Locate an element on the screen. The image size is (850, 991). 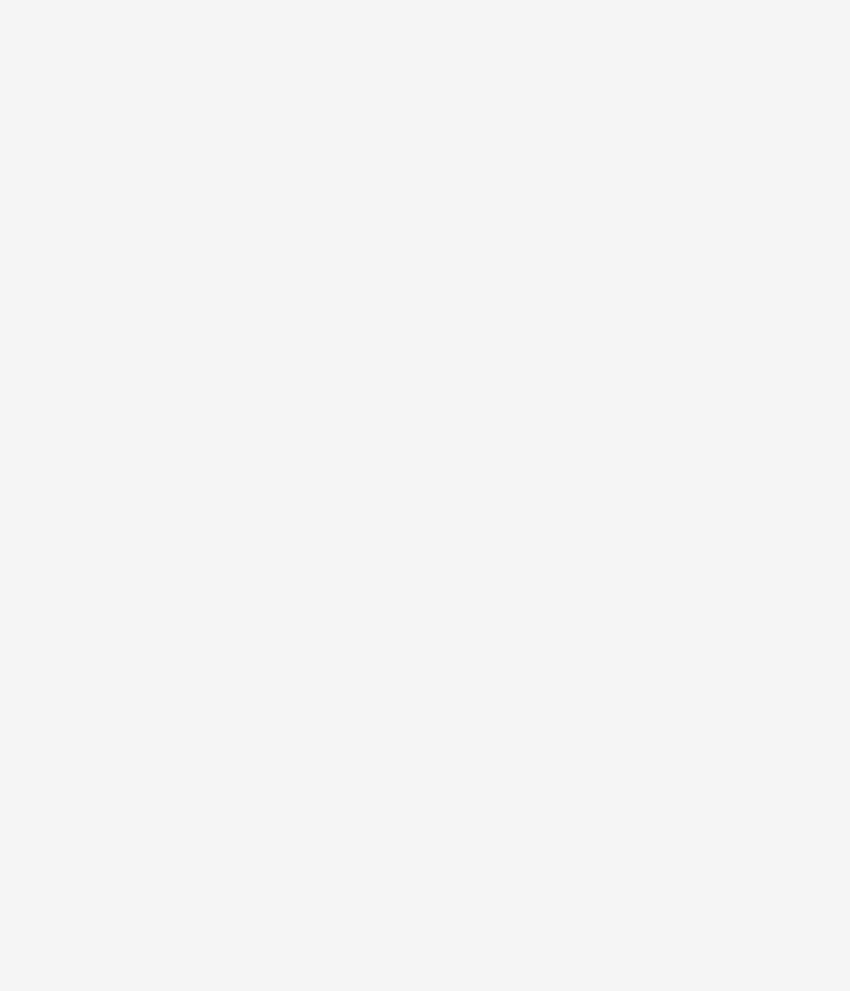
'Ginger and Nutmeg is a Food and Travel blog for Active Foodies hooked on travelling. We love food, history and digging into cultural traditions. This is a blog with a bit of humour, informative travel information and some great recipes.' is located at coordinates (406, 849).